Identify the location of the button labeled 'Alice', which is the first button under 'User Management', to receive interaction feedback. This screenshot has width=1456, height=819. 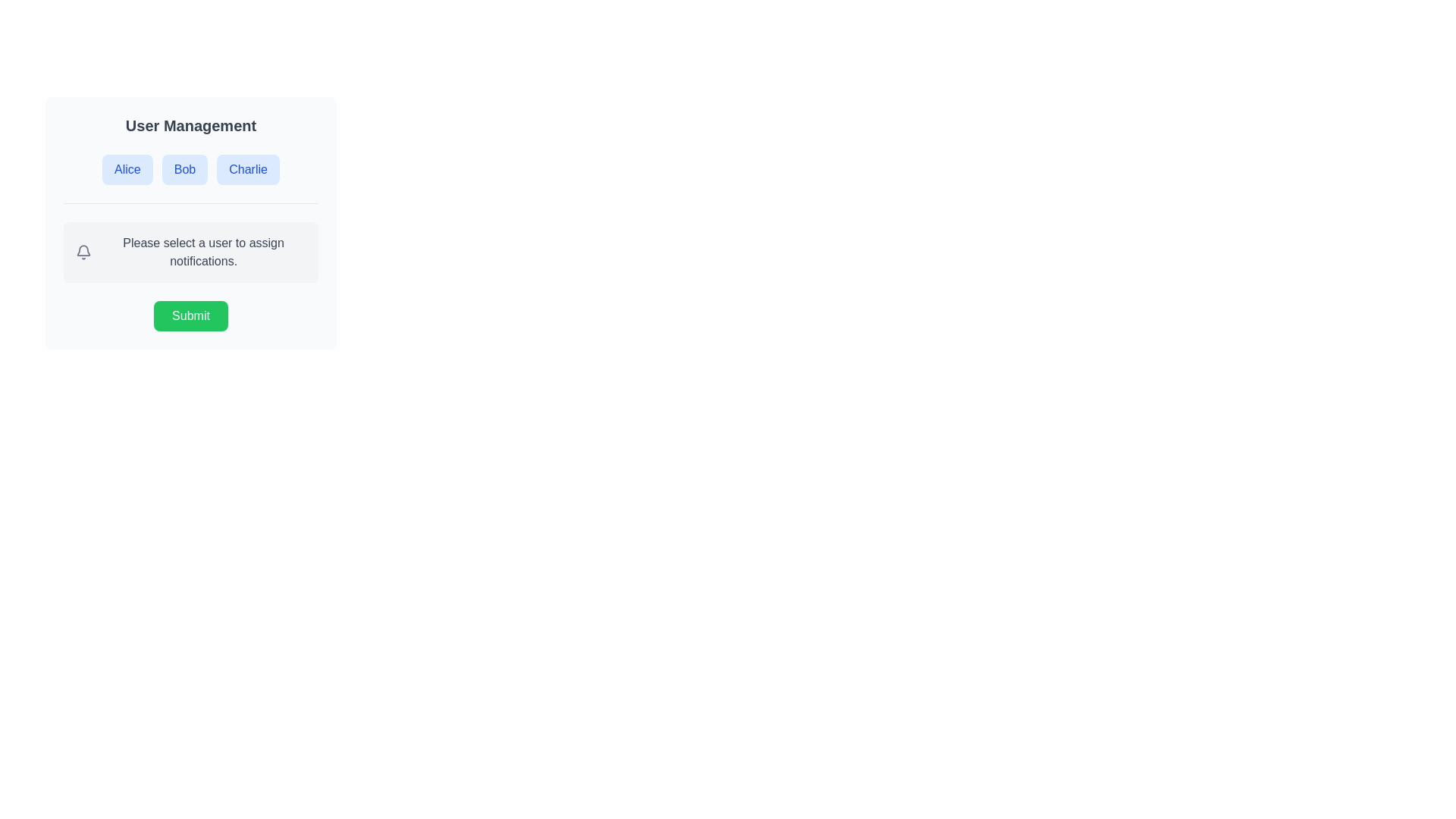
(127, 169).